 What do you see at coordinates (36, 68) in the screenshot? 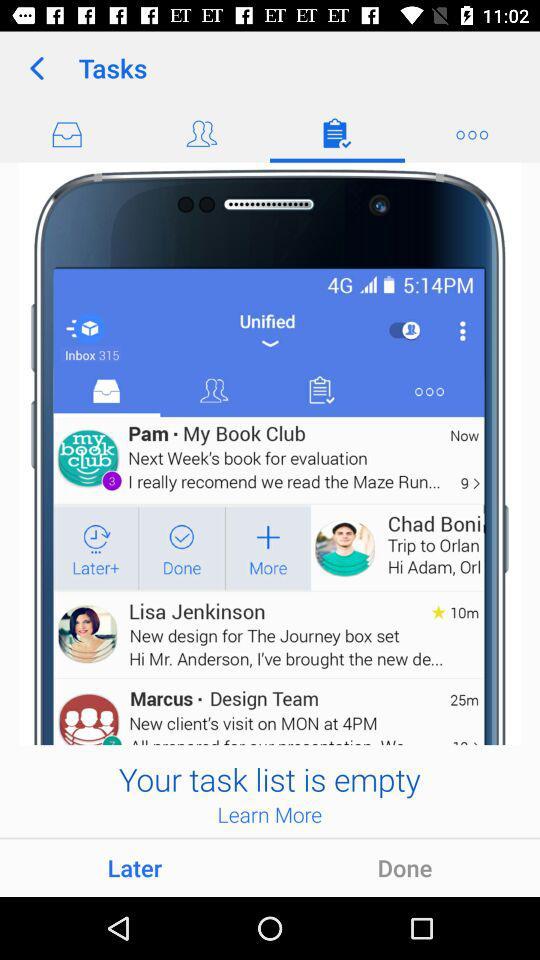
I see `icon next to the tasks app` at bounding box center [36, 68].